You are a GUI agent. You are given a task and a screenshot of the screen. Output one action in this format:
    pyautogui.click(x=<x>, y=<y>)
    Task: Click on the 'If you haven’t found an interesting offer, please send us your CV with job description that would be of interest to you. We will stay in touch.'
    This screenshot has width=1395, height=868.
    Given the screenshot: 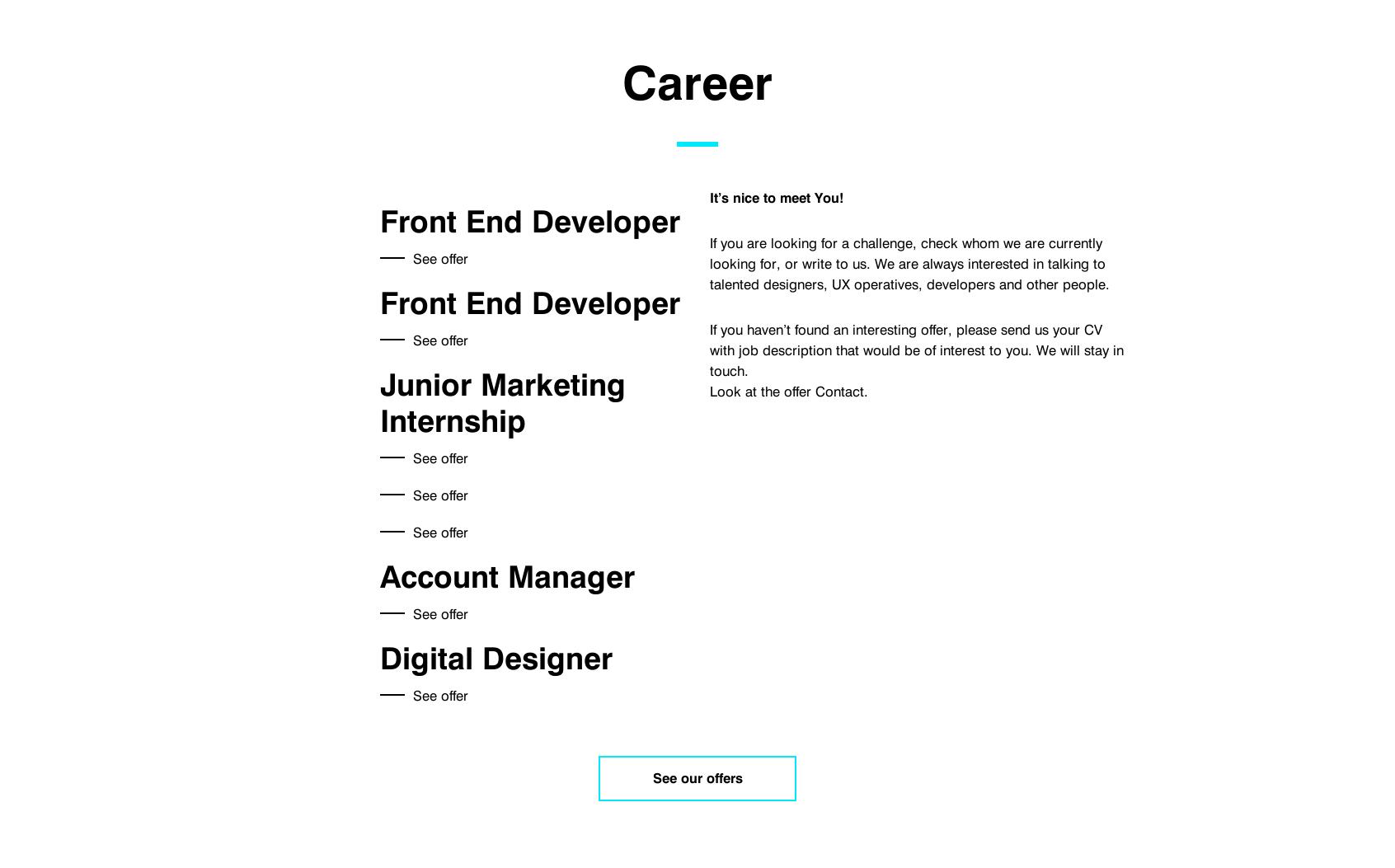 What is the action you would take?
    pyautogui.click(x=916, y=350)
    